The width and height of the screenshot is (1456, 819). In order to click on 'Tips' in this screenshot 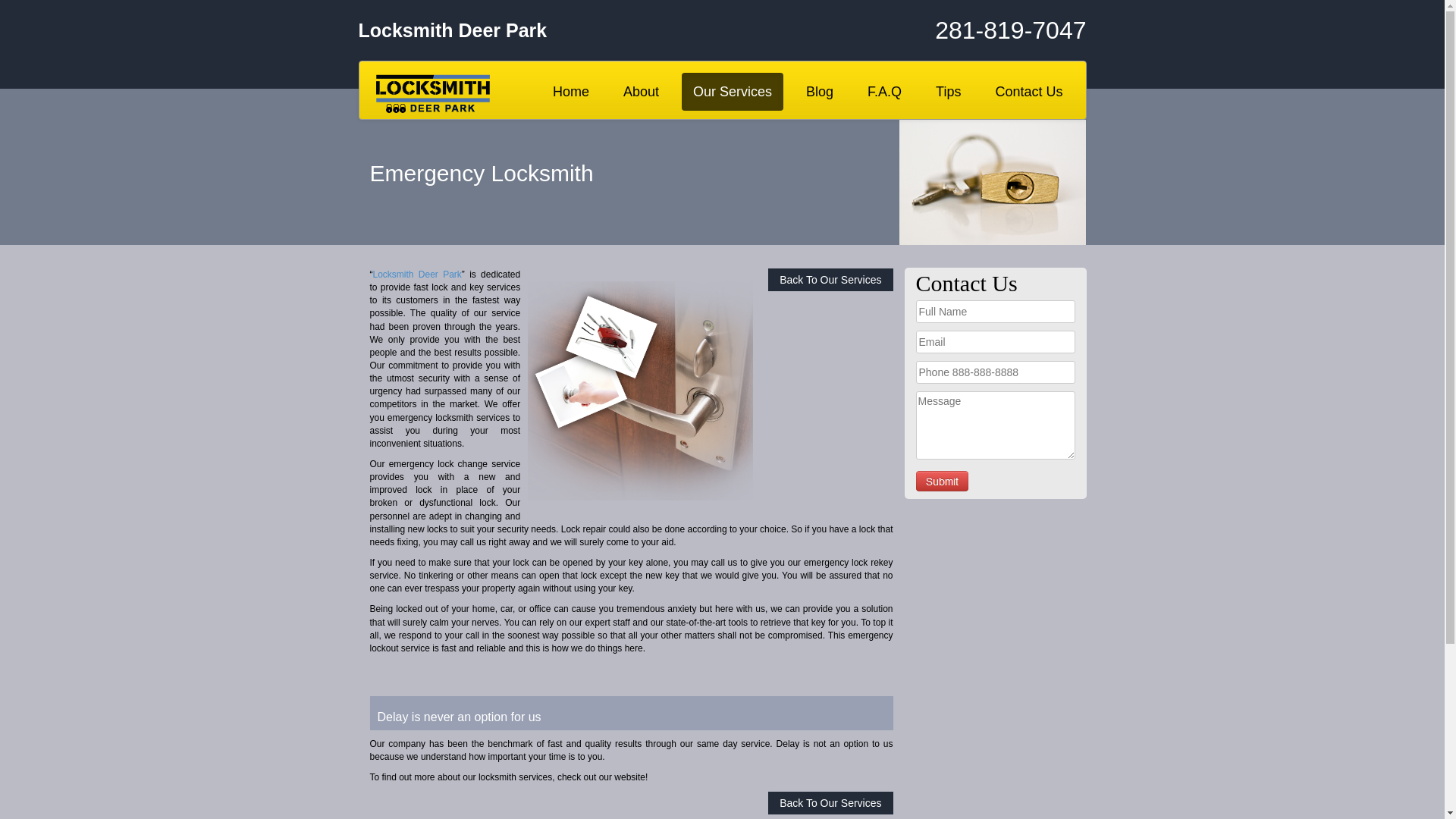, I will do `click(947, 91)`.